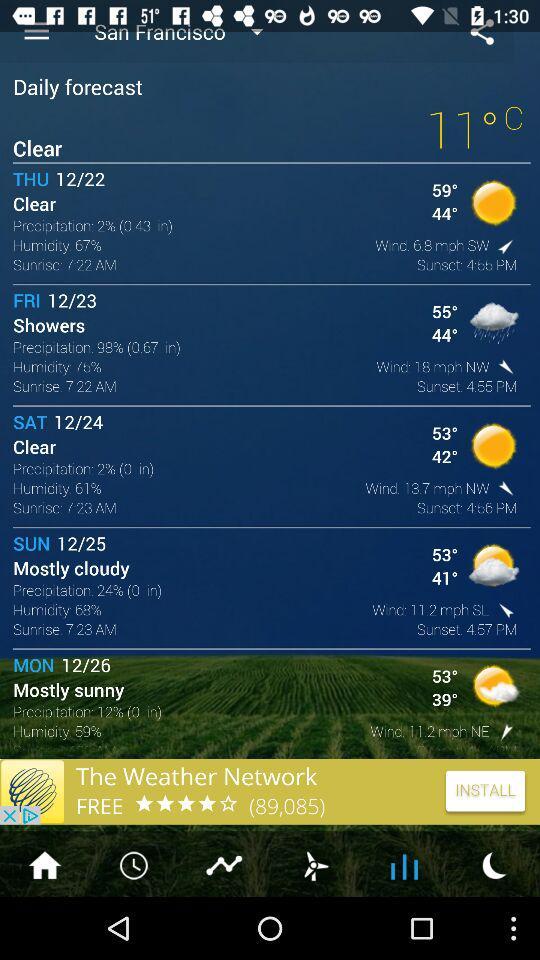 The height and width of the screenshot is (960, 540). What do you see at coordinates (314, 925) in the screenshot?
I see `the weather icon` at bounding box center [314, 925].